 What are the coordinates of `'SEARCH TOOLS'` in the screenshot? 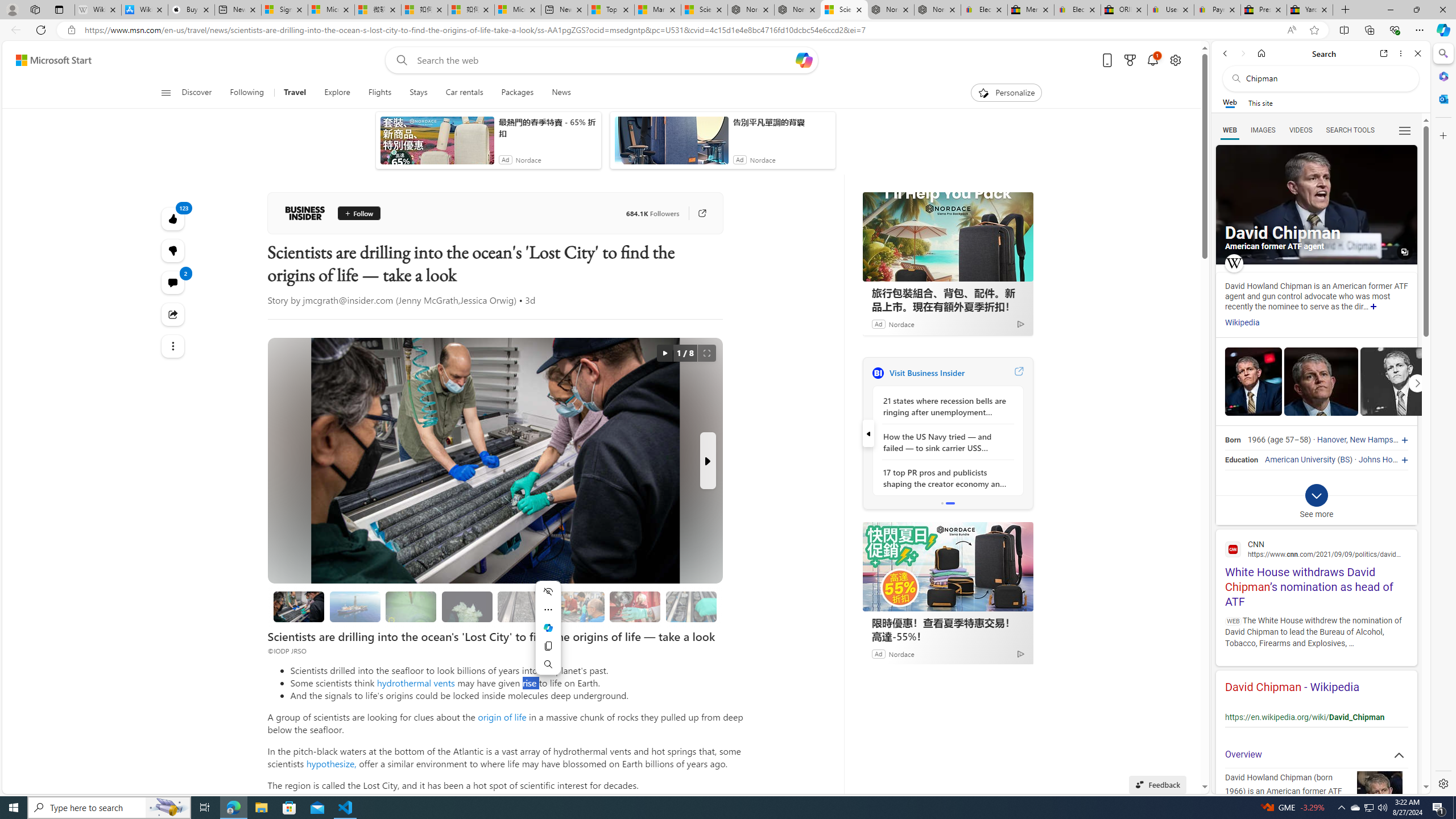 It's located at (1350, 130).